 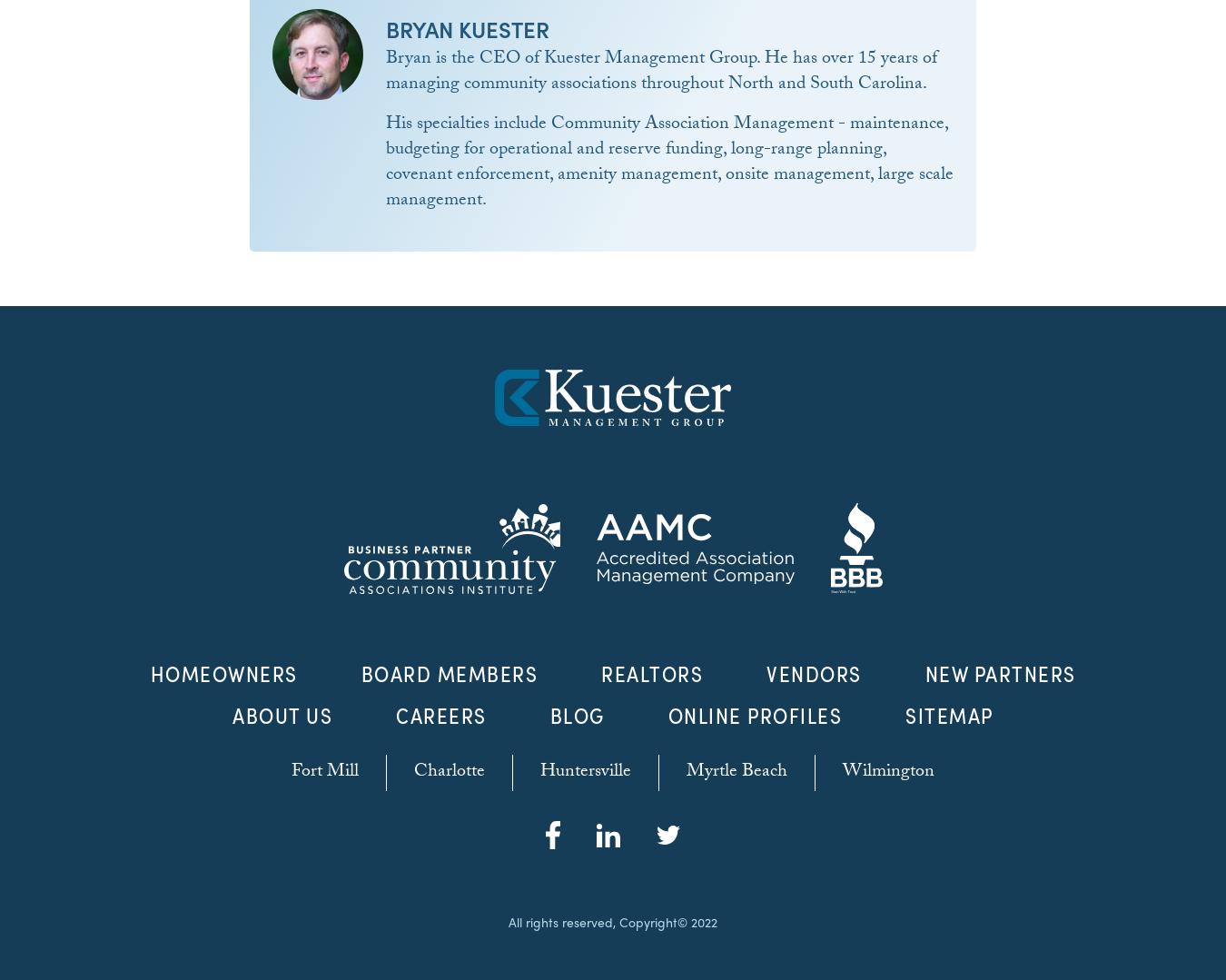 I want to click on 'Sitemap', so click(x=949, y=715).